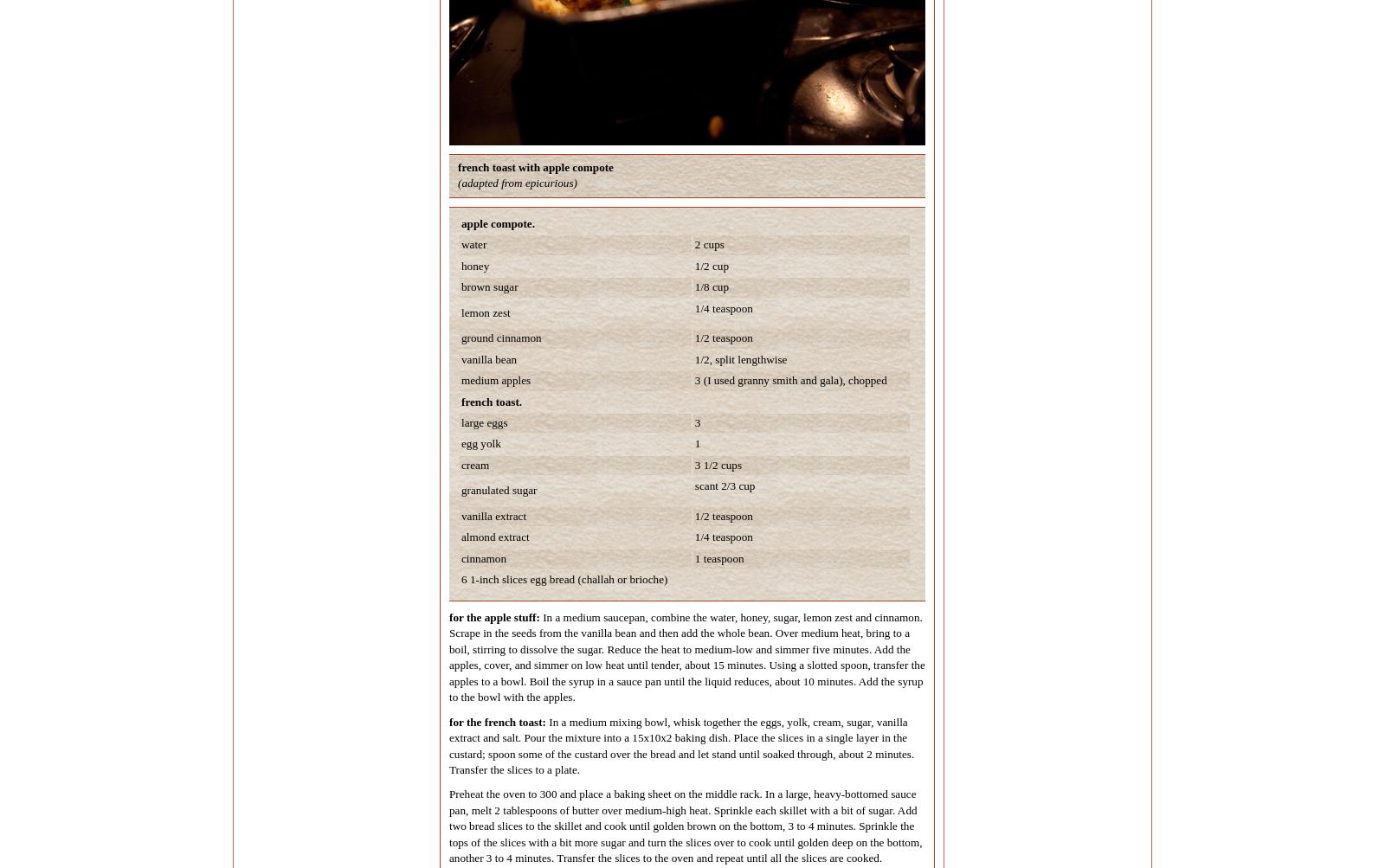  Describe the element at coordinates (686, 655) in the screenshot. I see `'In a medium saucepan, combine the water, honey, sugar, lemon zest and cinnamon.  Scrape in the seeds from the vanilla bean and then add the whole bean.  Over medium heat, bring to a boil, stirring to dissolve the sugar.  Reduce the heat to medium-low and simmer five minutes.  Add the apples, cover, and simmer on low heat until tender, about 15 minutes.  Using a slotted spoon, transfer the apples to a bowl.  Boil the syrup in a sauce pan until the liquid reduces, about 10 minutes.  Add the syrup to the bowl with the apples.'` at that location.